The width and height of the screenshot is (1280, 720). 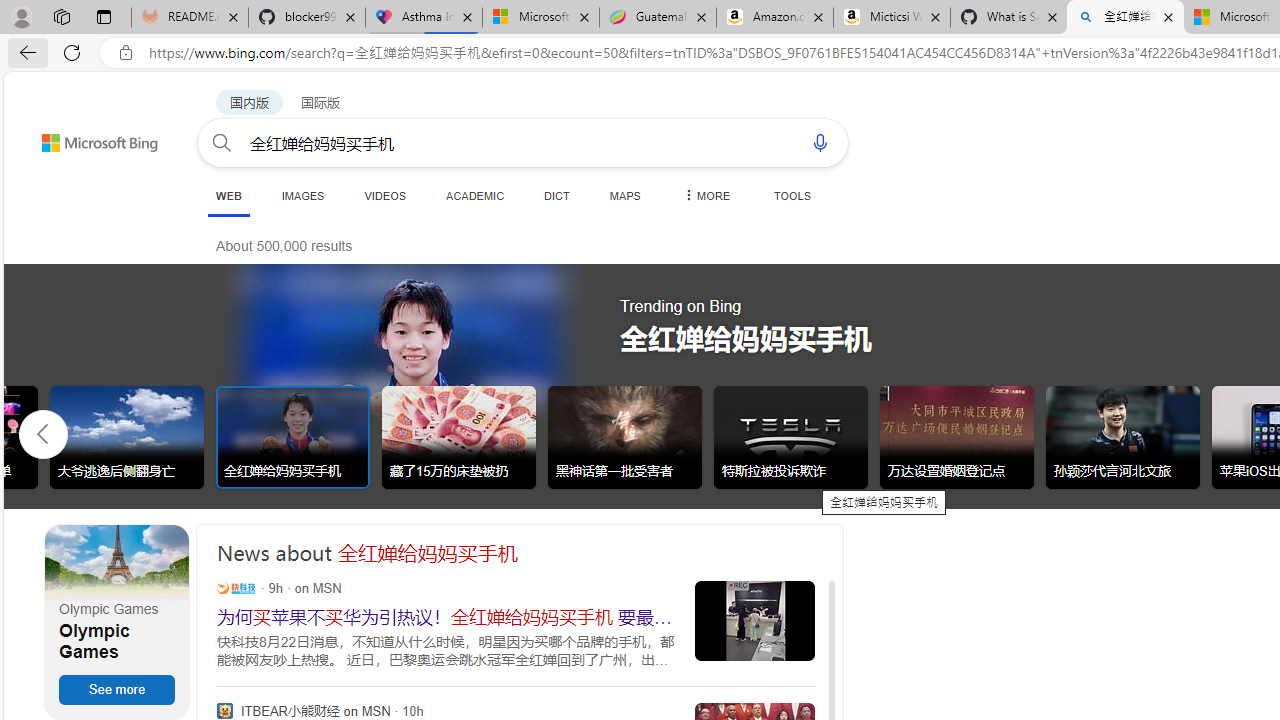 I want to click on 'Asthma Inhalers: Names and Types', so click(x=423, y=17).